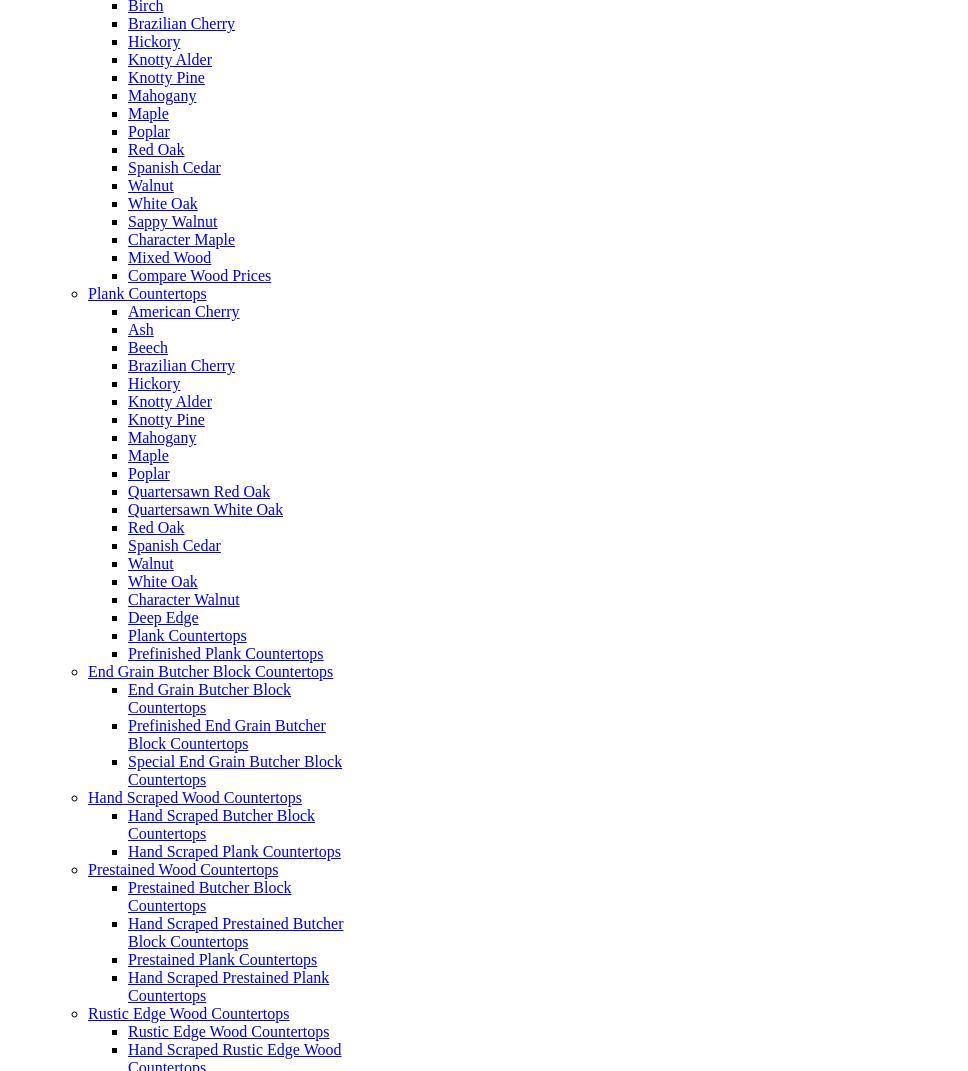 This screenshot has width=968, height=1071. What do you see at coordinates (227, 985) in the screenshot?
I see `'Hand Scraped Prestained Plank Countertops'` at bounding box center [227, 985].